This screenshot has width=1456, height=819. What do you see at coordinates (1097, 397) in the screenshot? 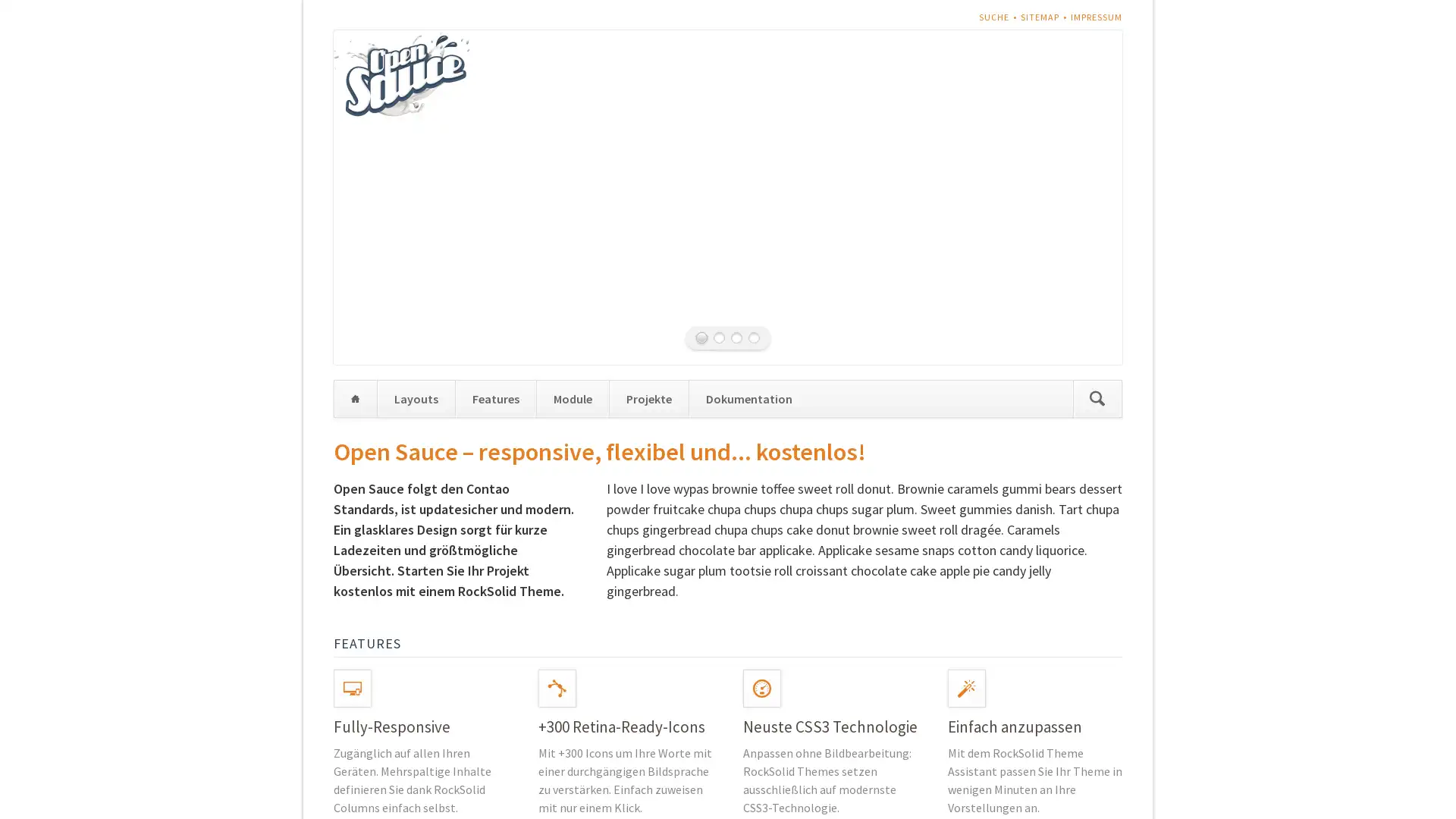
I see `Suchen` at bounding box center [1097, 397].